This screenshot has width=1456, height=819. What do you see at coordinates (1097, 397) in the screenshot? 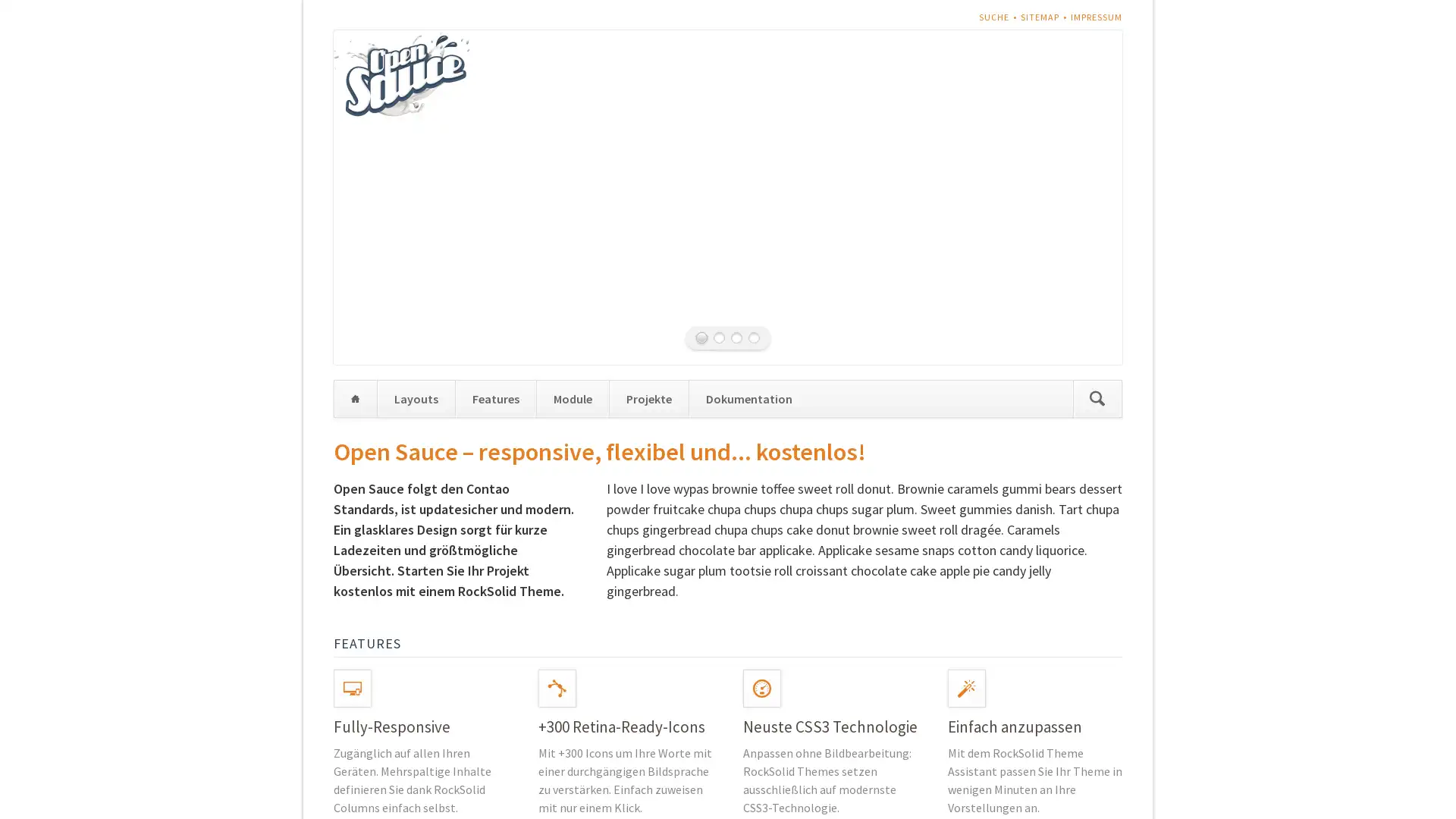
I see `Suchen` at bounding box center [1097, 397].